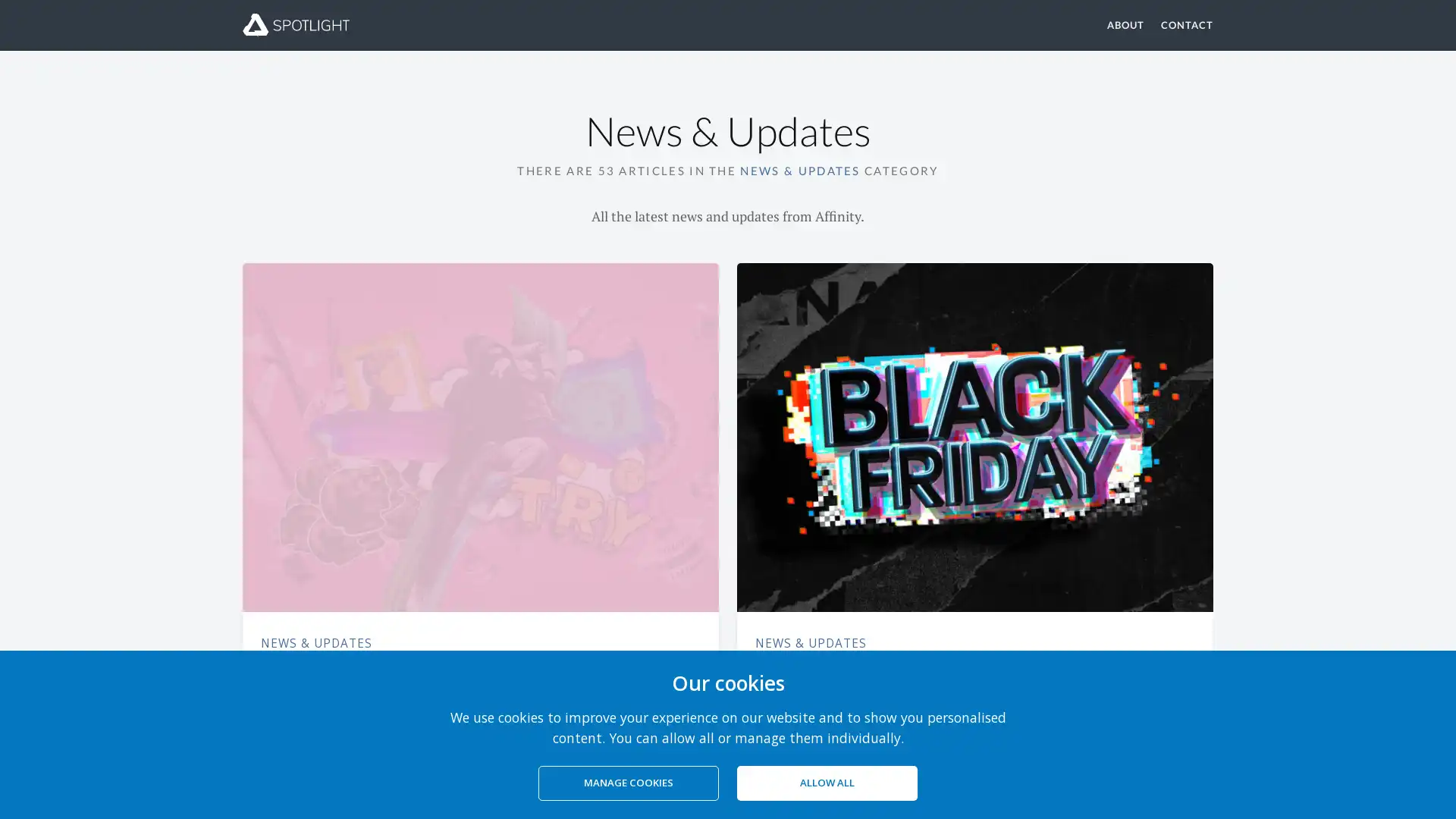  What do you see at coordinates (826, 783) in the screenshot?
I see `ALLOW ALL` at bounding box center [826, 783].